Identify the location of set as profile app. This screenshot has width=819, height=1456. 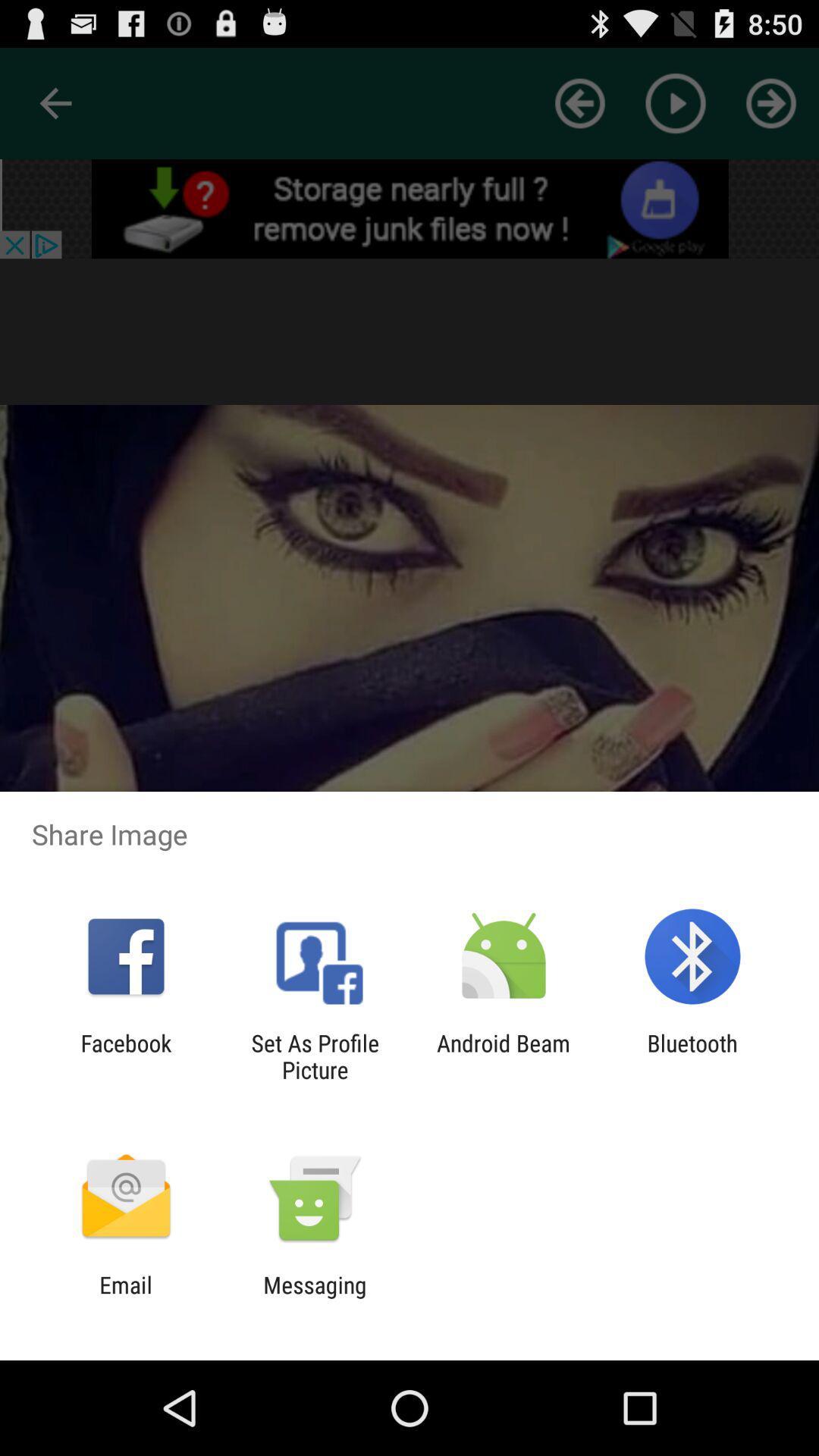
(314, 1056).